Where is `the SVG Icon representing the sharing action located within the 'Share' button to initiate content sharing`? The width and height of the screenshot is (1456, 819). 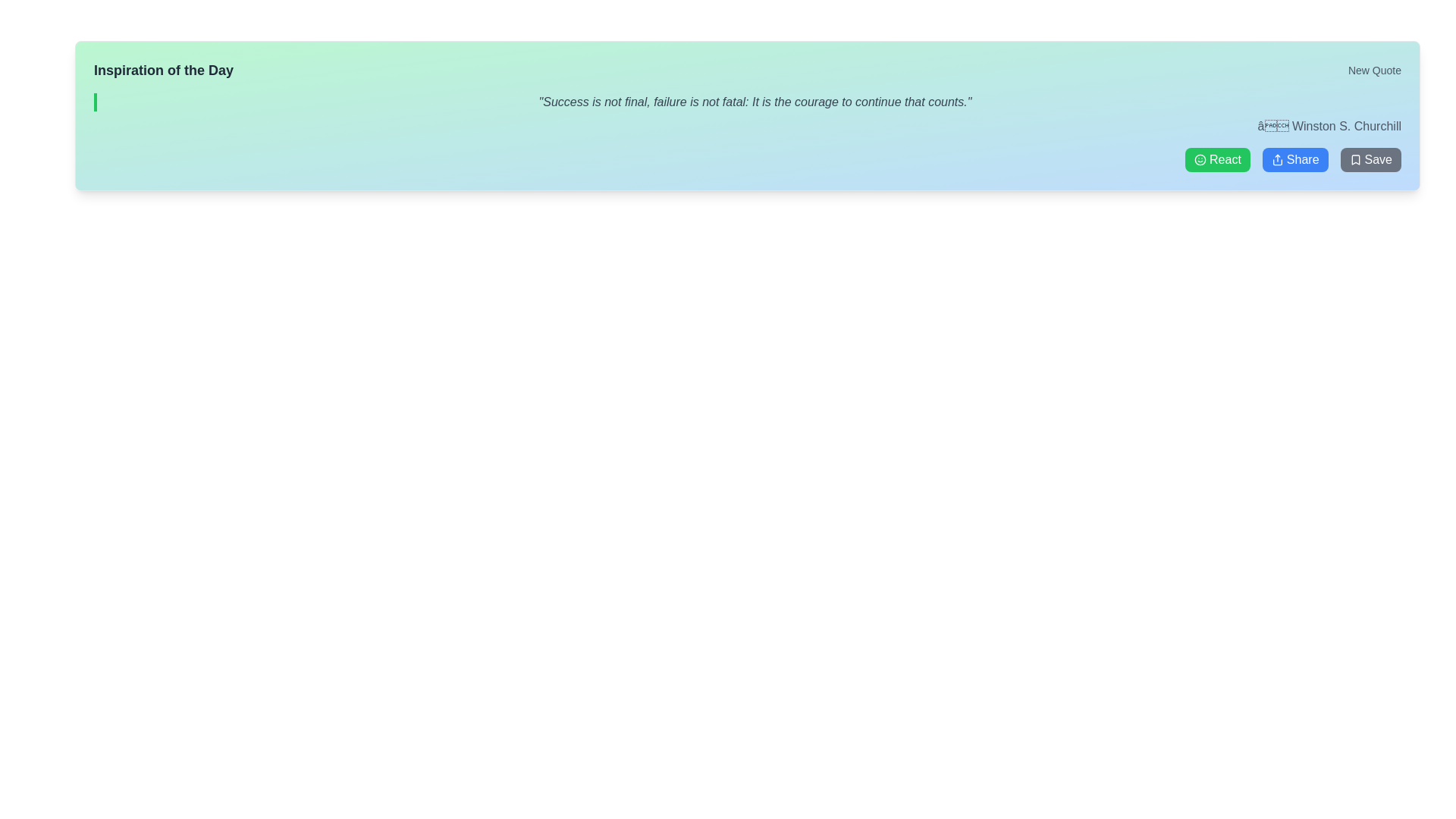 the SVG Icon representing the sharing action located within the 'Share' button to initiate content sharing is located at coordinates (1276, 160).